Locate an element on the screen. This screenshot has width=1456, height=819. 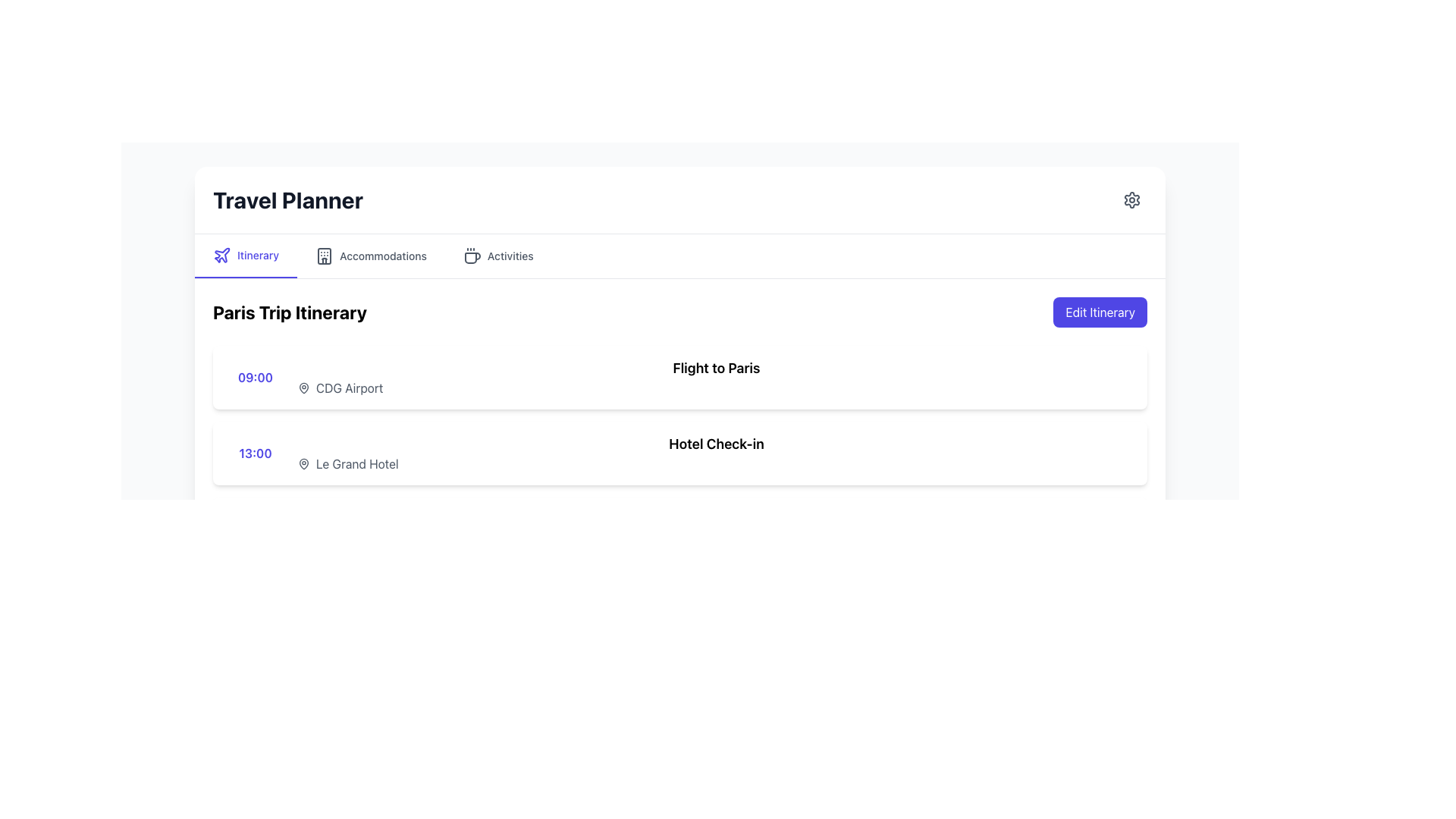
the small light gray map pin icon located to the left of the text 'Le Grand Hotel' is located at coordinates (303, 463).